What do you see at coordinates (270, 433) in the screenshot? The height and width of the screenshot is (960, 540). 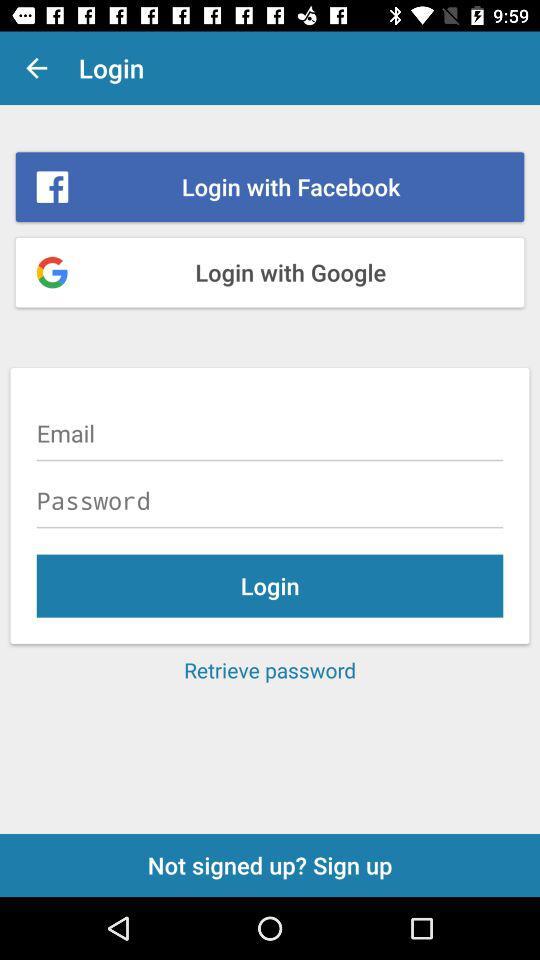 I see `username` at bounding box center [270, 433].